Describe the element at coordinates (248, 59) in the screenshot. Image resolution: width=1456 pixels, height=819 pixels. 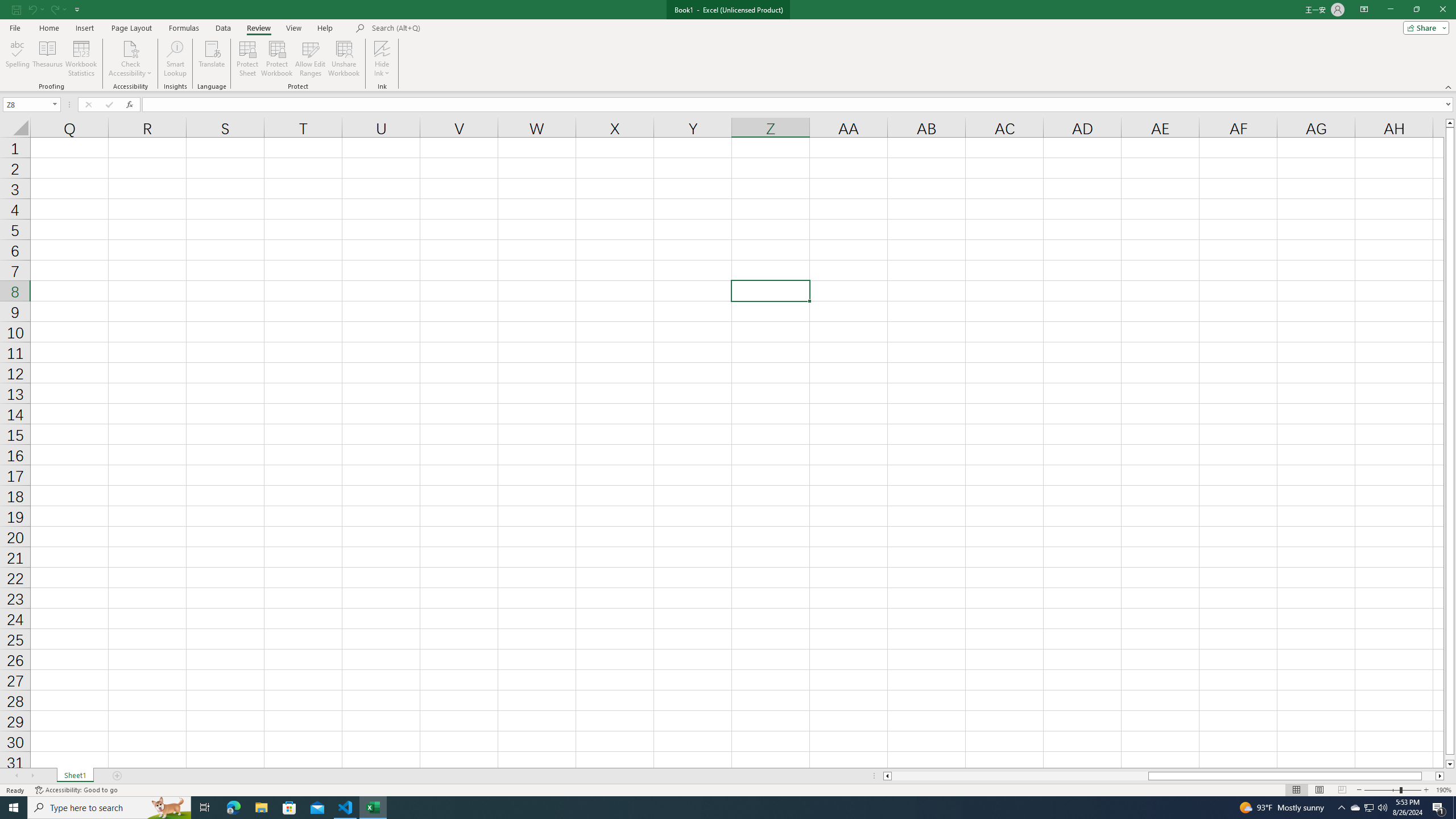
I see `'Protect Sheet...'` at that location.